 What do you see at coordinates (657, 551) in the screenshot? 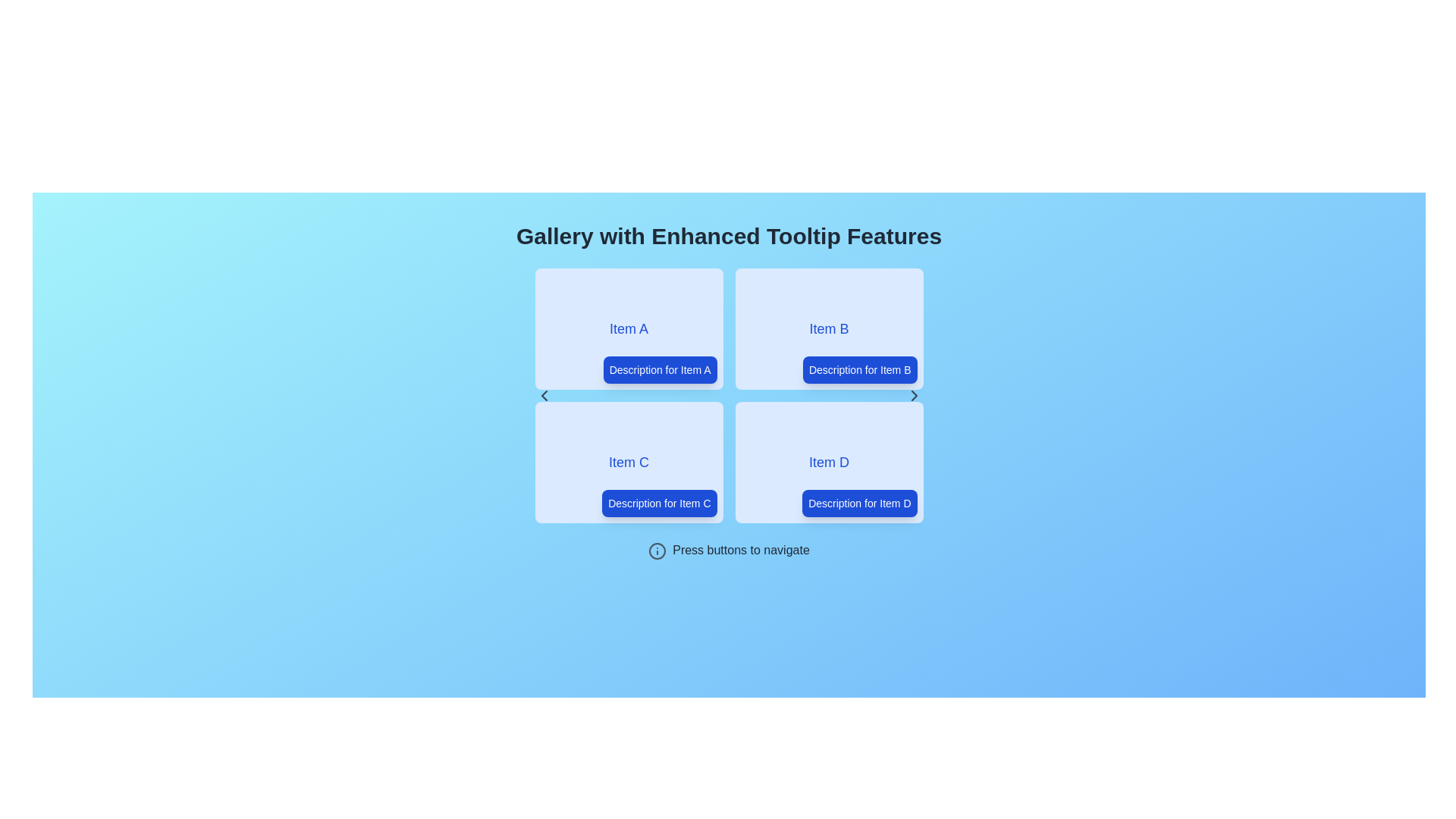
I see `the circular SVG element located in the bottom area of the interface, which resembles an icon` at bounding box center [657, 551].